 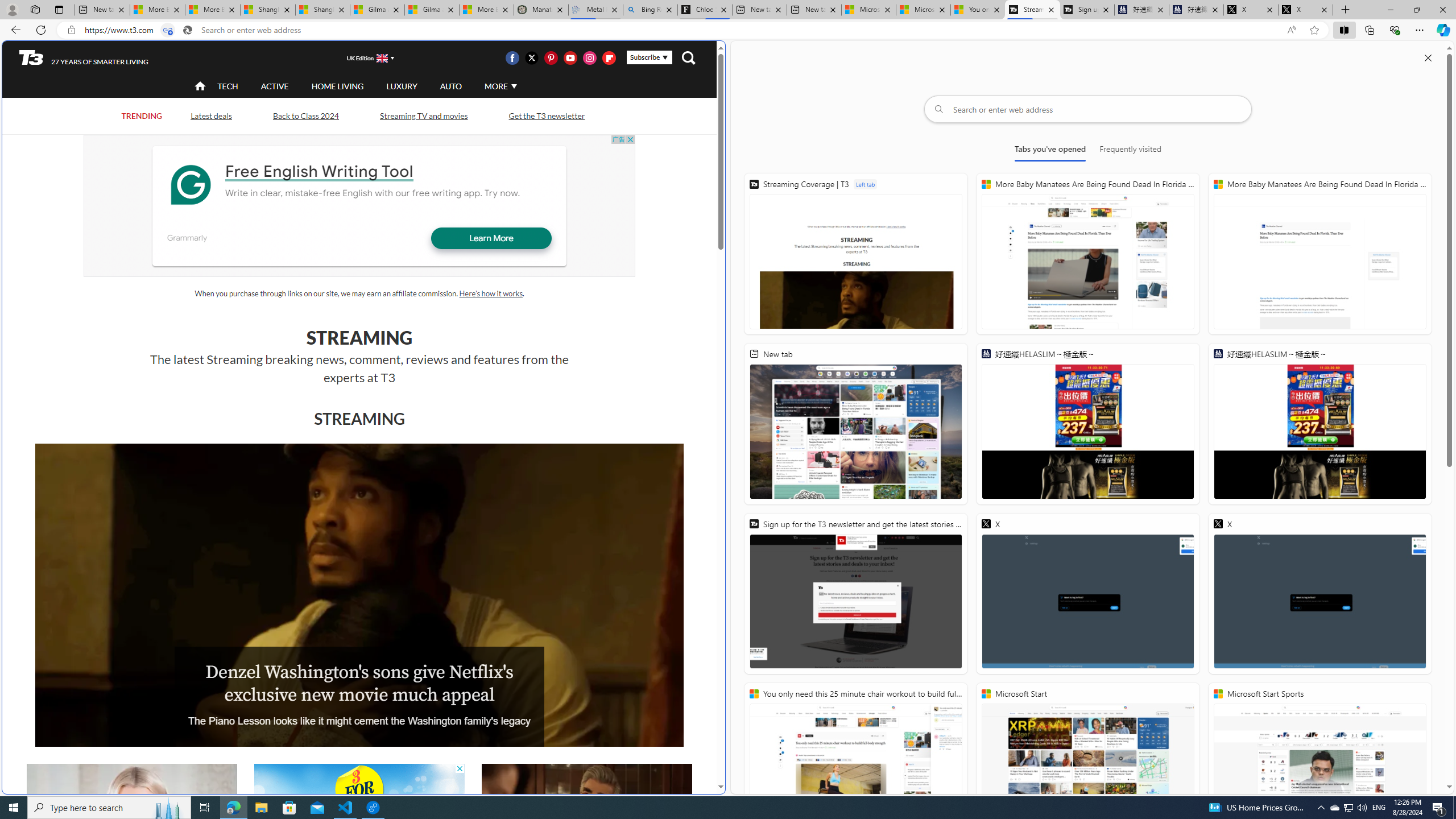 I want to click on 'T3', so click(x=31, y=56).